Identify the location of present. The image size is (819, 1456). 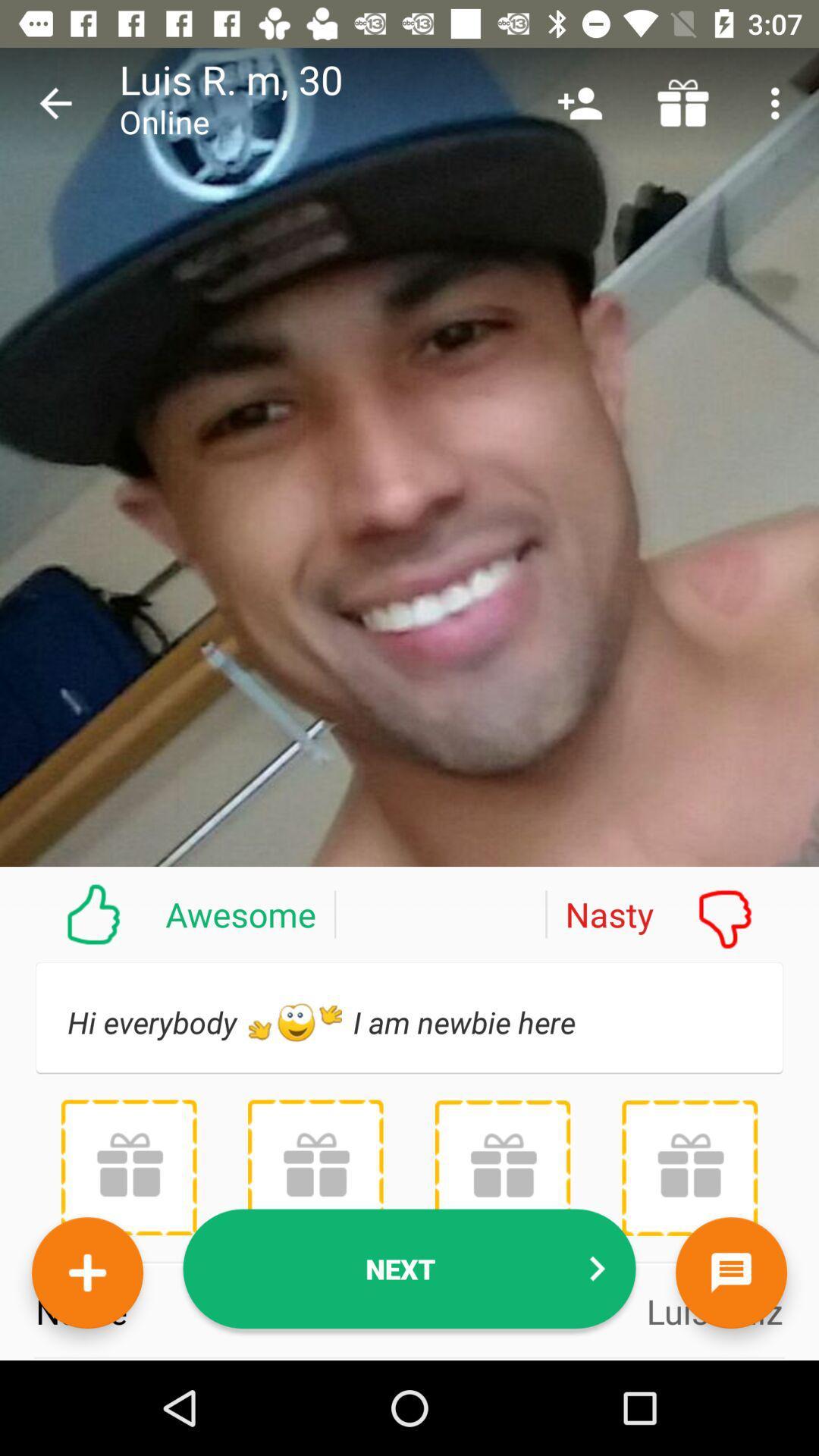
(689, 1167).